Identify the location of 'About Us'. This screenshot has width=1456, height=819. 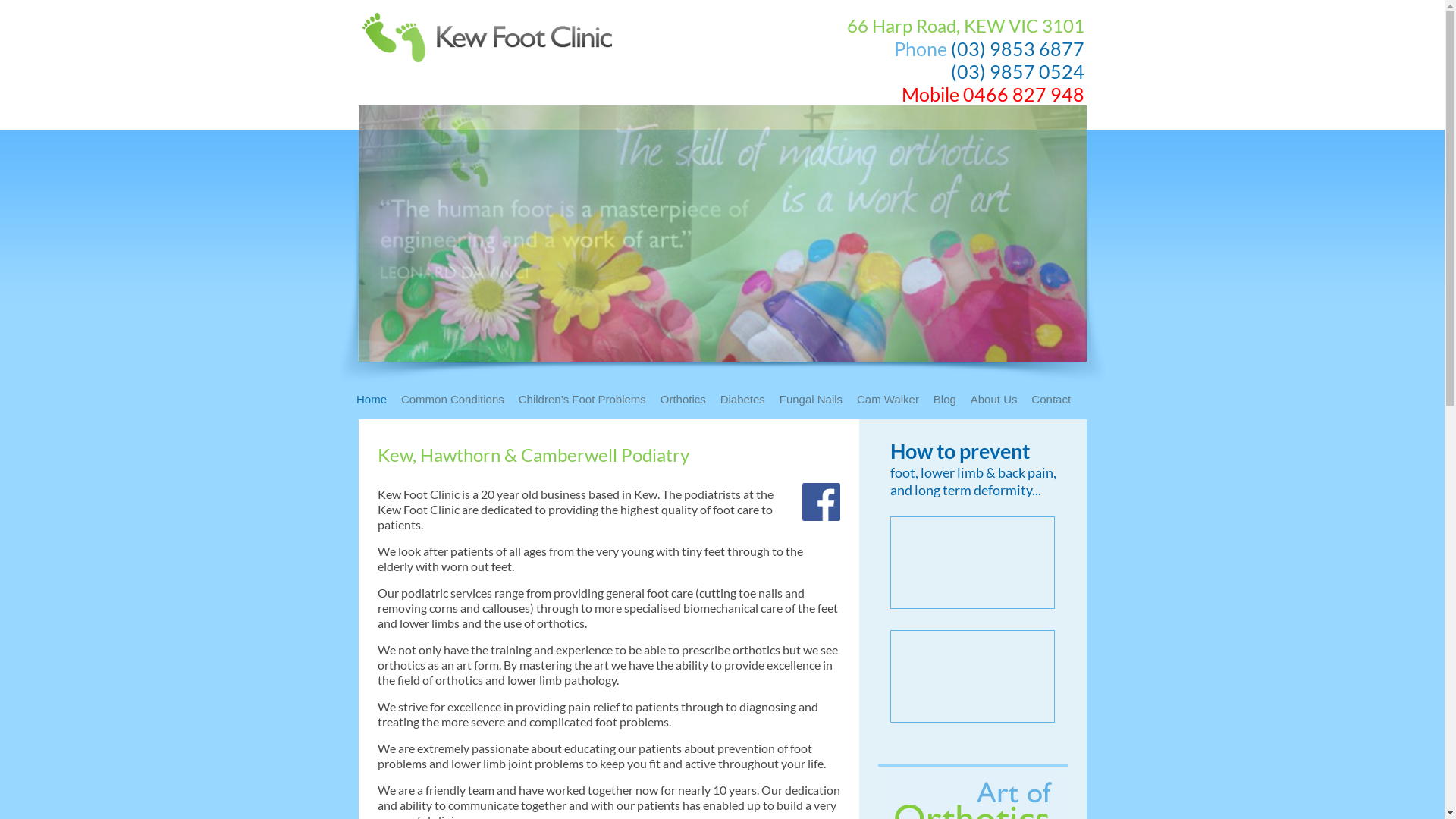
(999, 403).